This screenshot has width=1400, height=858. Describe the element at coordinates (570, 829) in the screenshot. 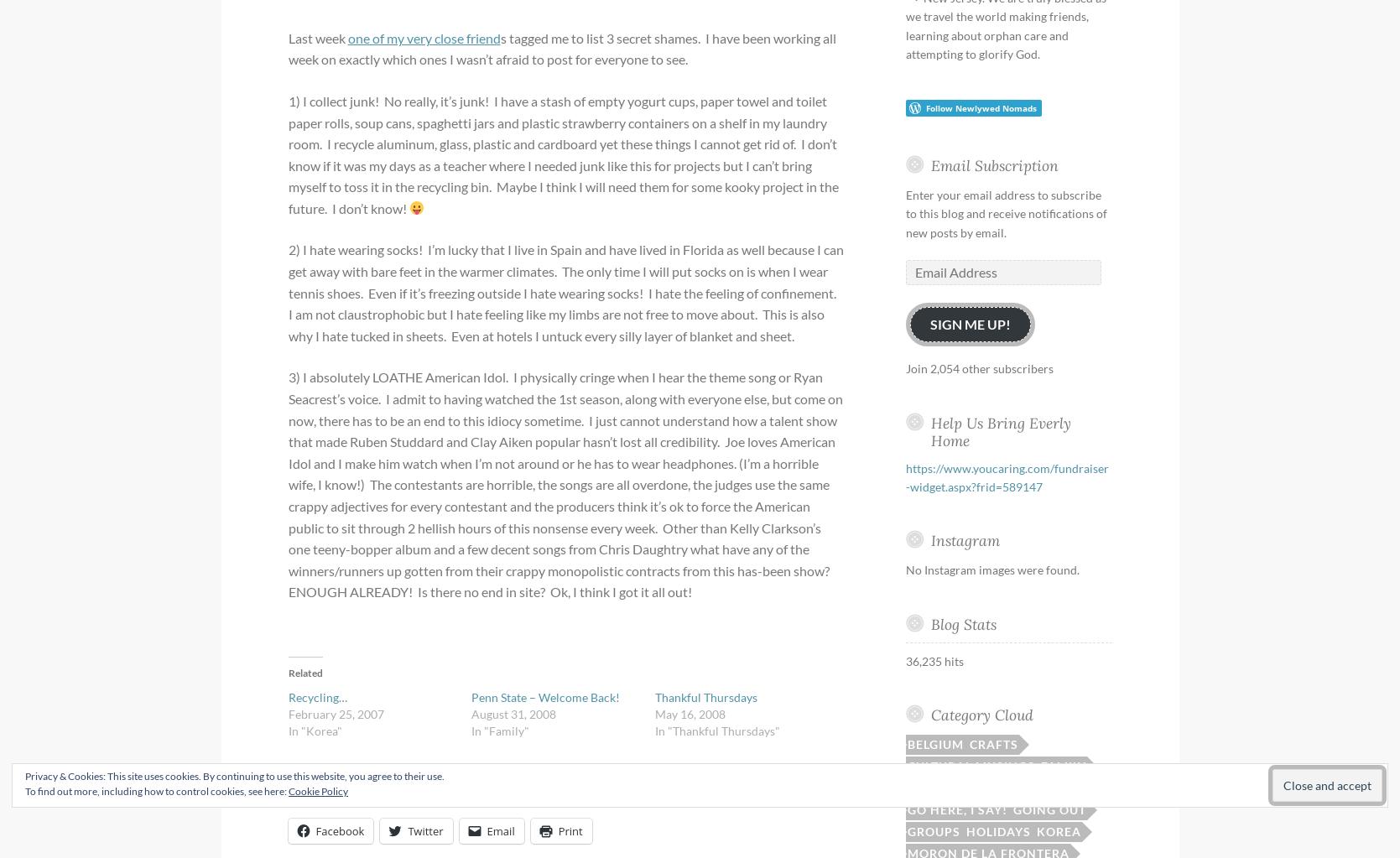

I see `'Print'` at that location.